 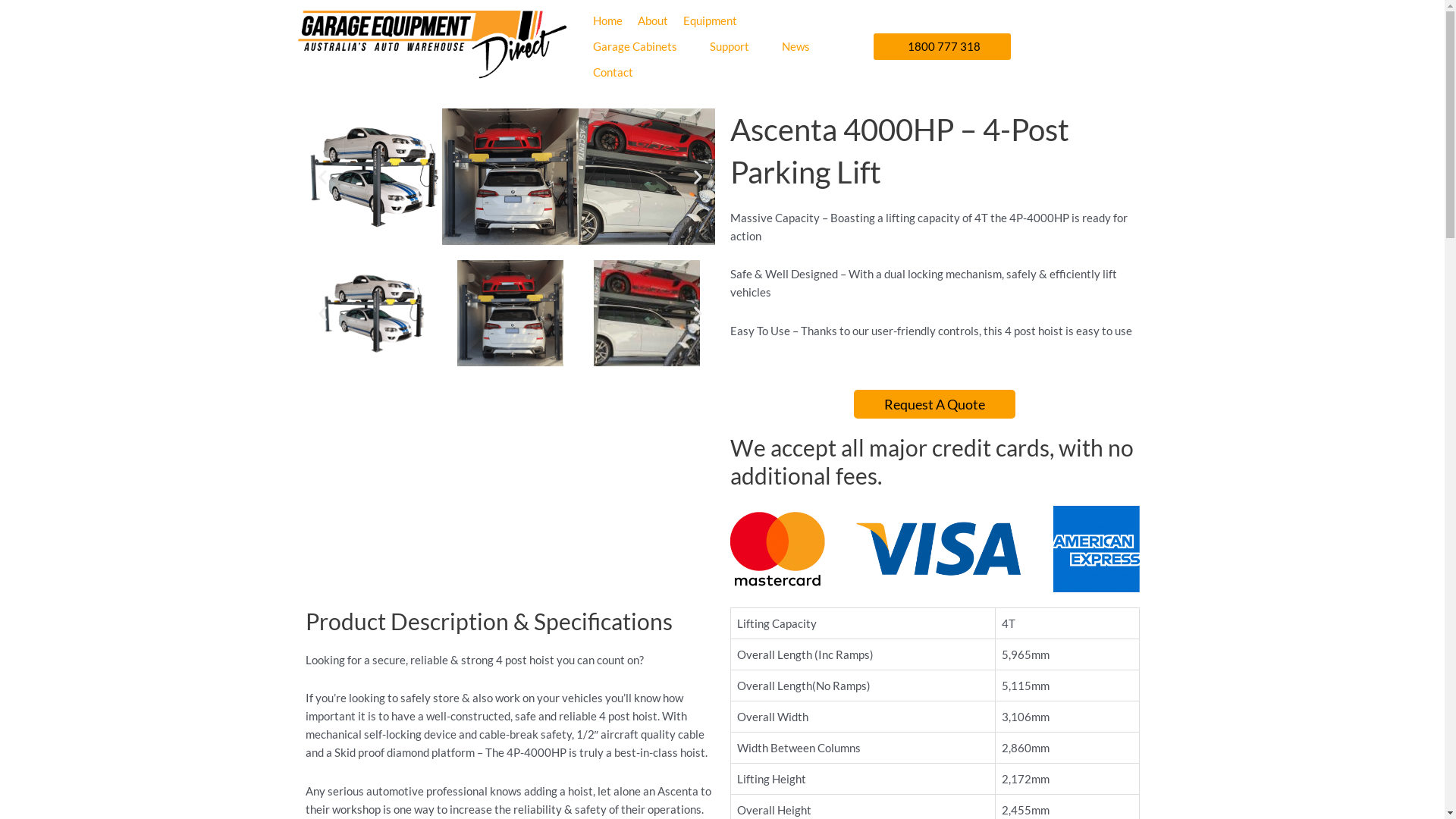 What do you see at coordinates (934, 403) in the screenshot?
I see `'Request A Quote'` at bounding box center [934, 403].